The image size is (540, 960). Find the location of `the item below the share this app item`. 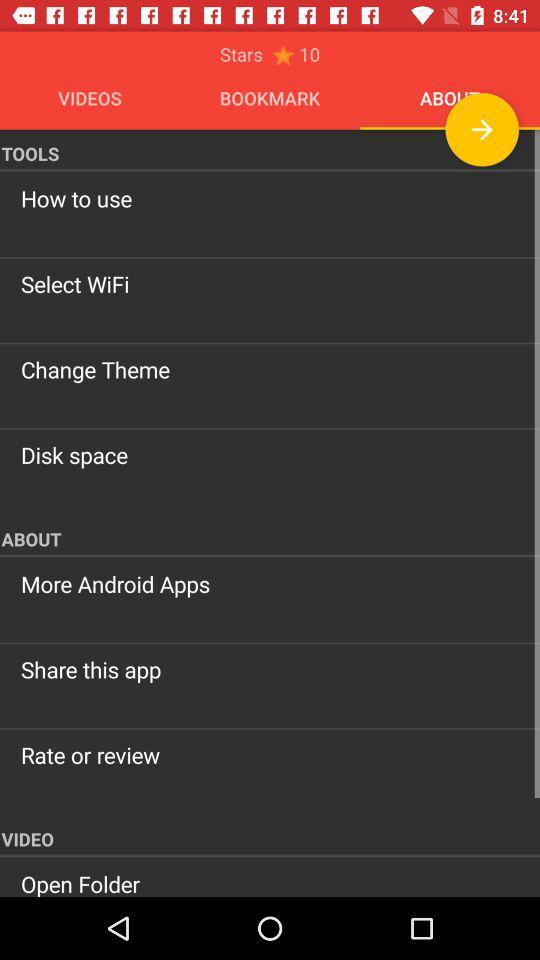

the item below the share this app item is located at coordinates (270, 754).